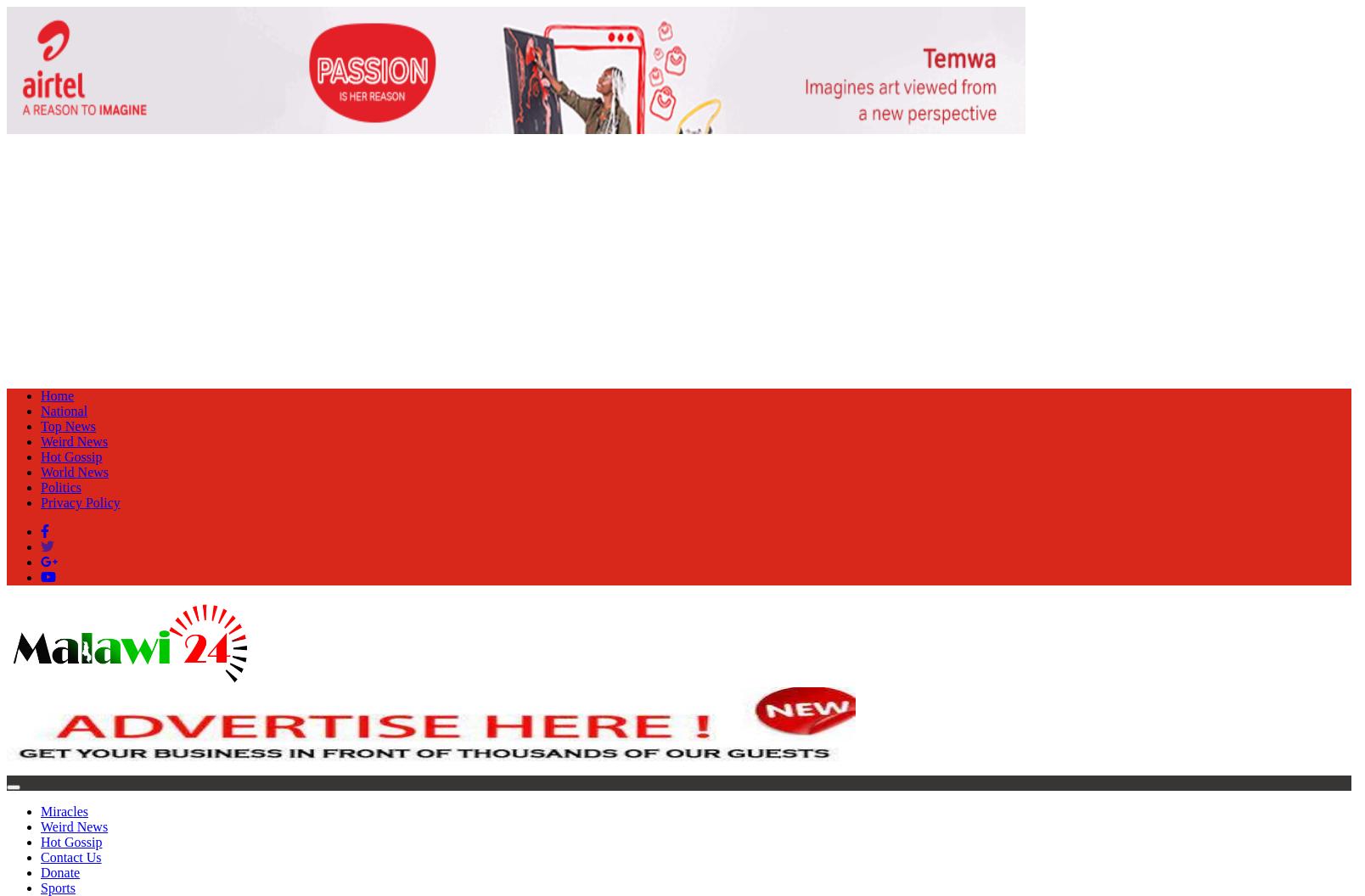 The image size is (1365, 896). I want to click on 'National', so click(64, 410).